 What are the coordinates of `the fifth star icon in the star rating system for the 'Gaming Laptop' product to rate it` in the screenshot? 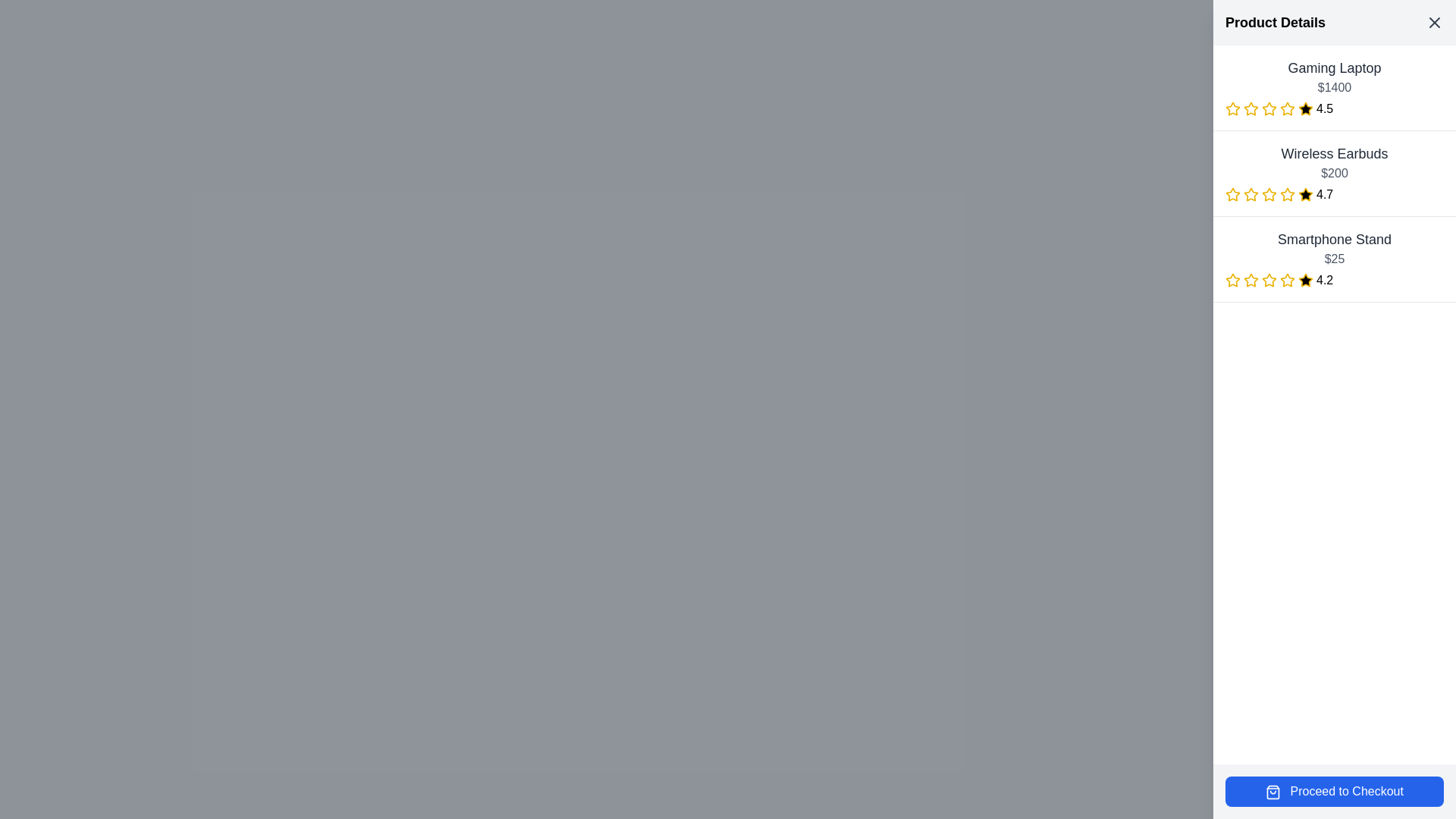 It's located at (1305, 108).